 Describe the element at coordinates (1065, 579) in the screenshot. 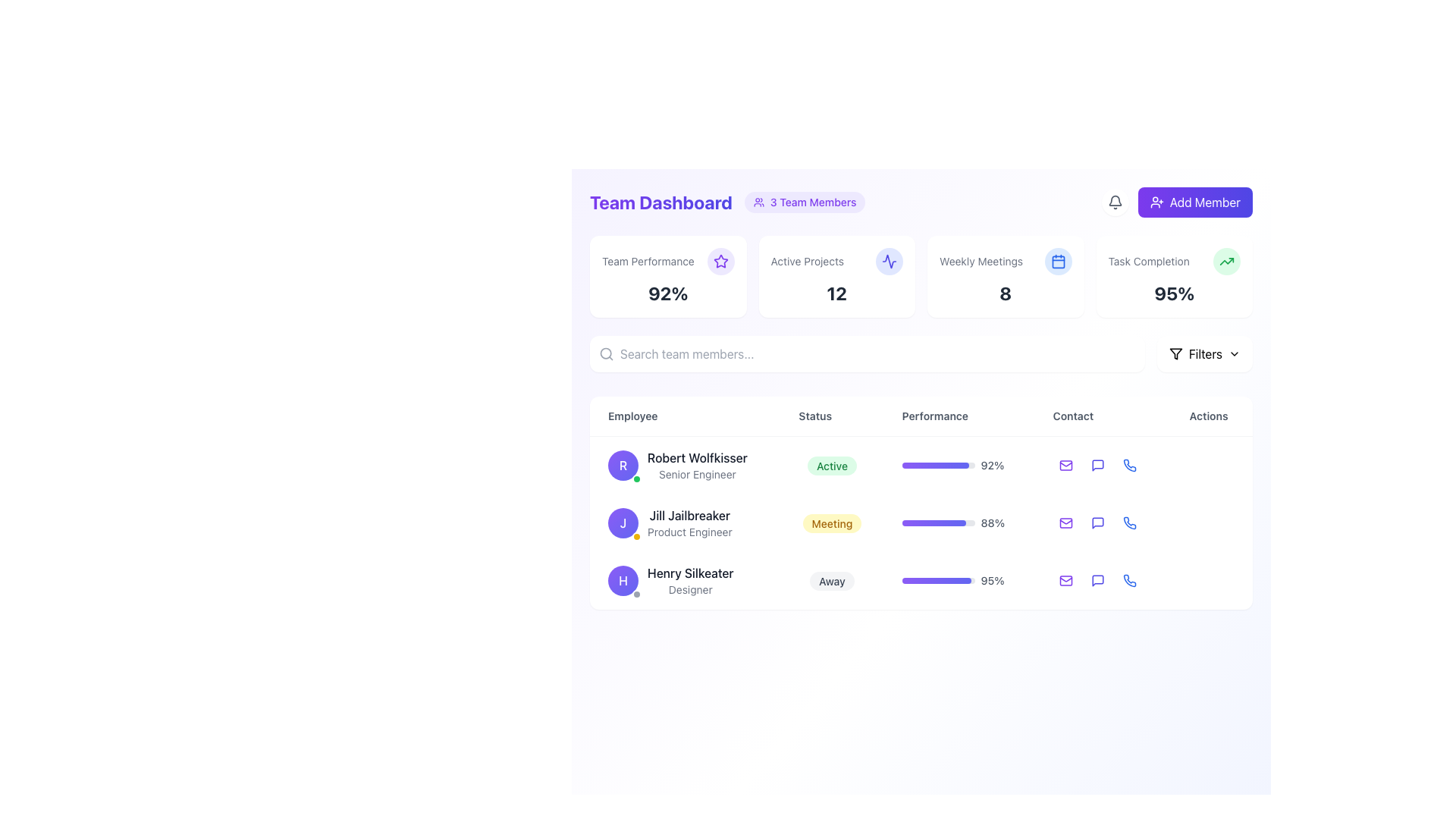

I see `the curved line that forms part of the envelope icon in the 'Contact' column of the interactive table` at that location.